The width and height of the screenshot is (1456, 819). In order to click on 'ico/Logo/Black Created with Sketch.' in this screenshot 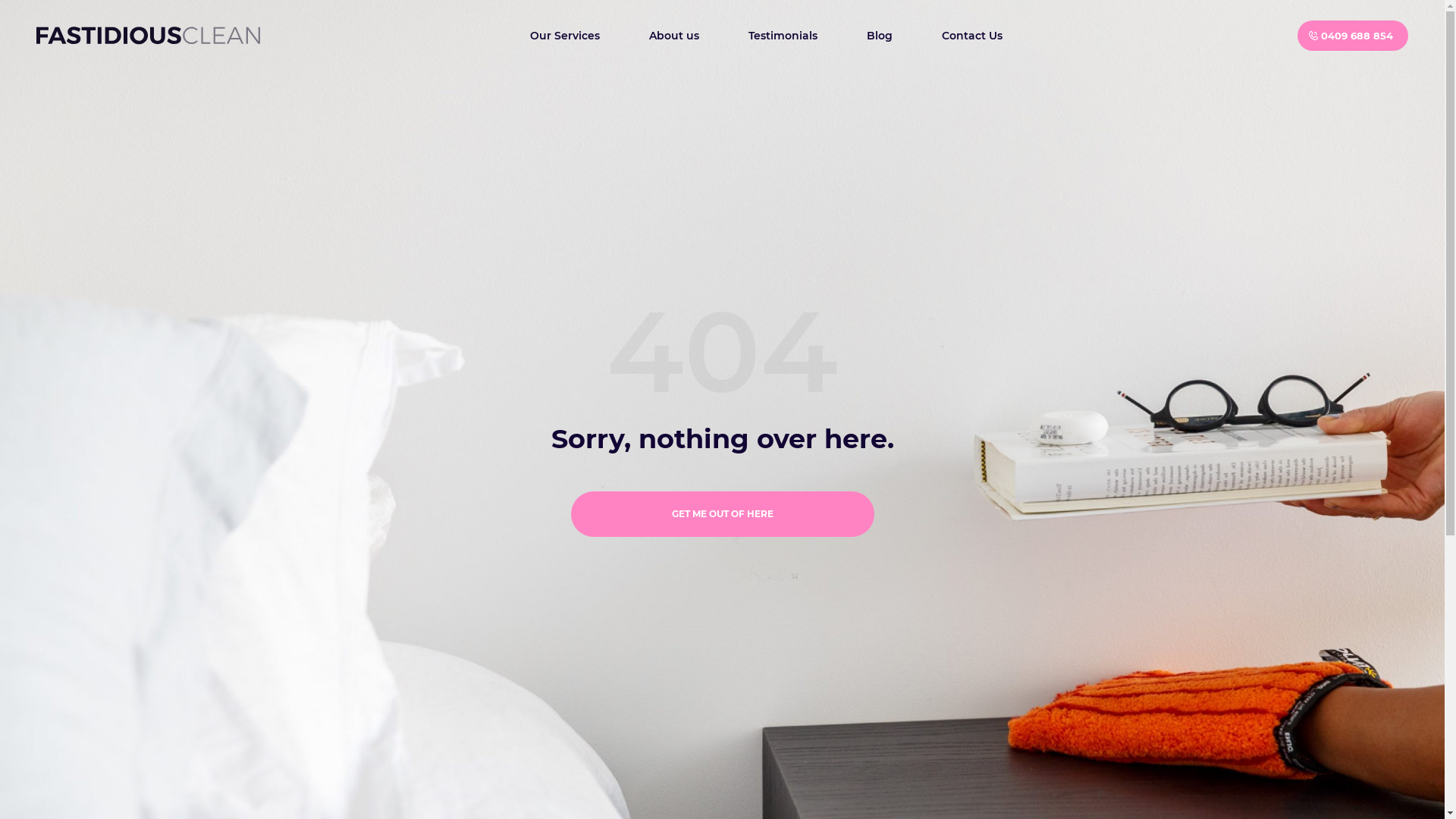, I will do `click(148, 35)`.